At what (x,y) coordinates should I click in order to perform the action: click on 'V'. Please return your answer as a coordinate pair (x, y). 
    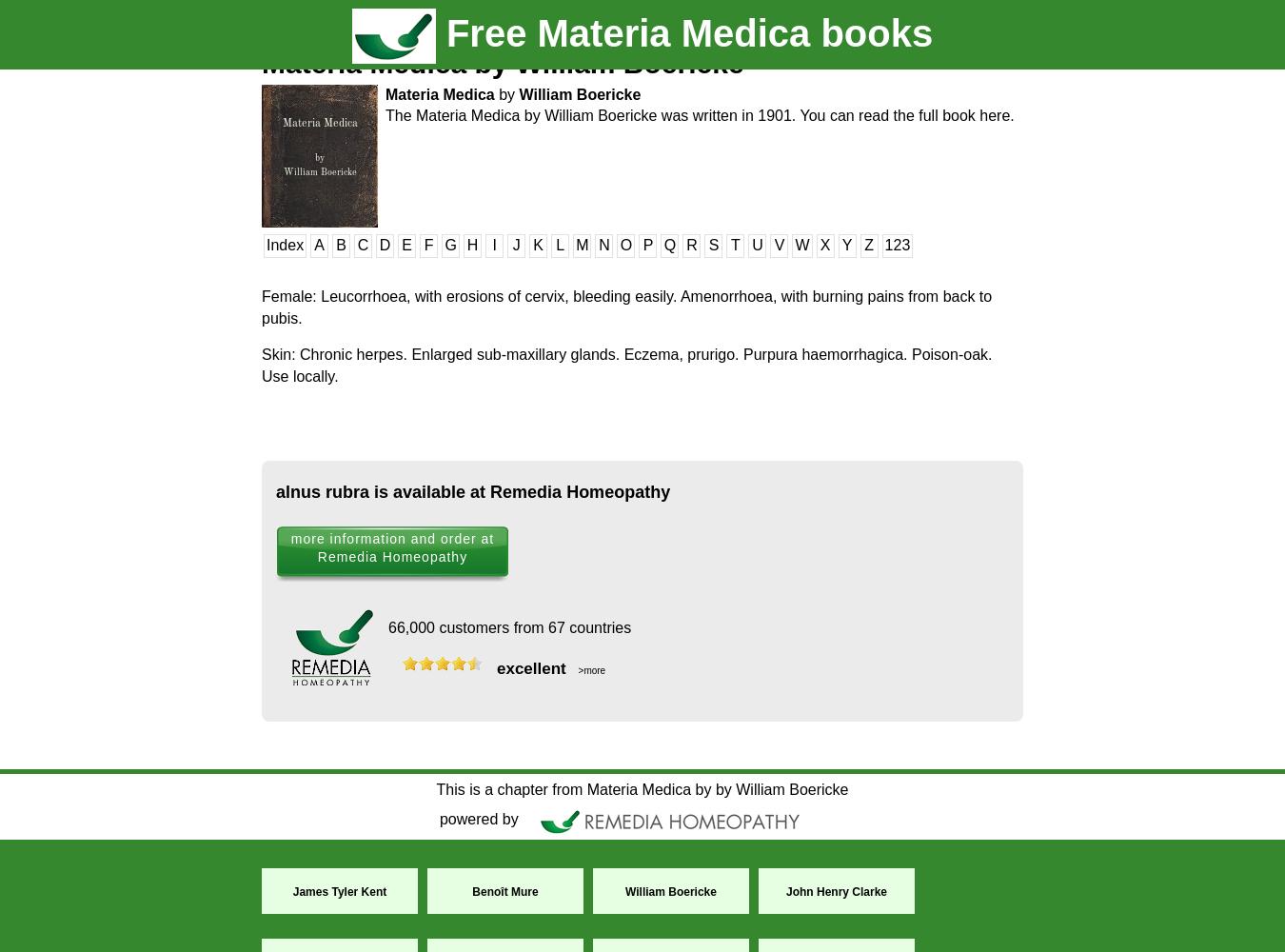
    Looking at the image, I should click on (779, 245).